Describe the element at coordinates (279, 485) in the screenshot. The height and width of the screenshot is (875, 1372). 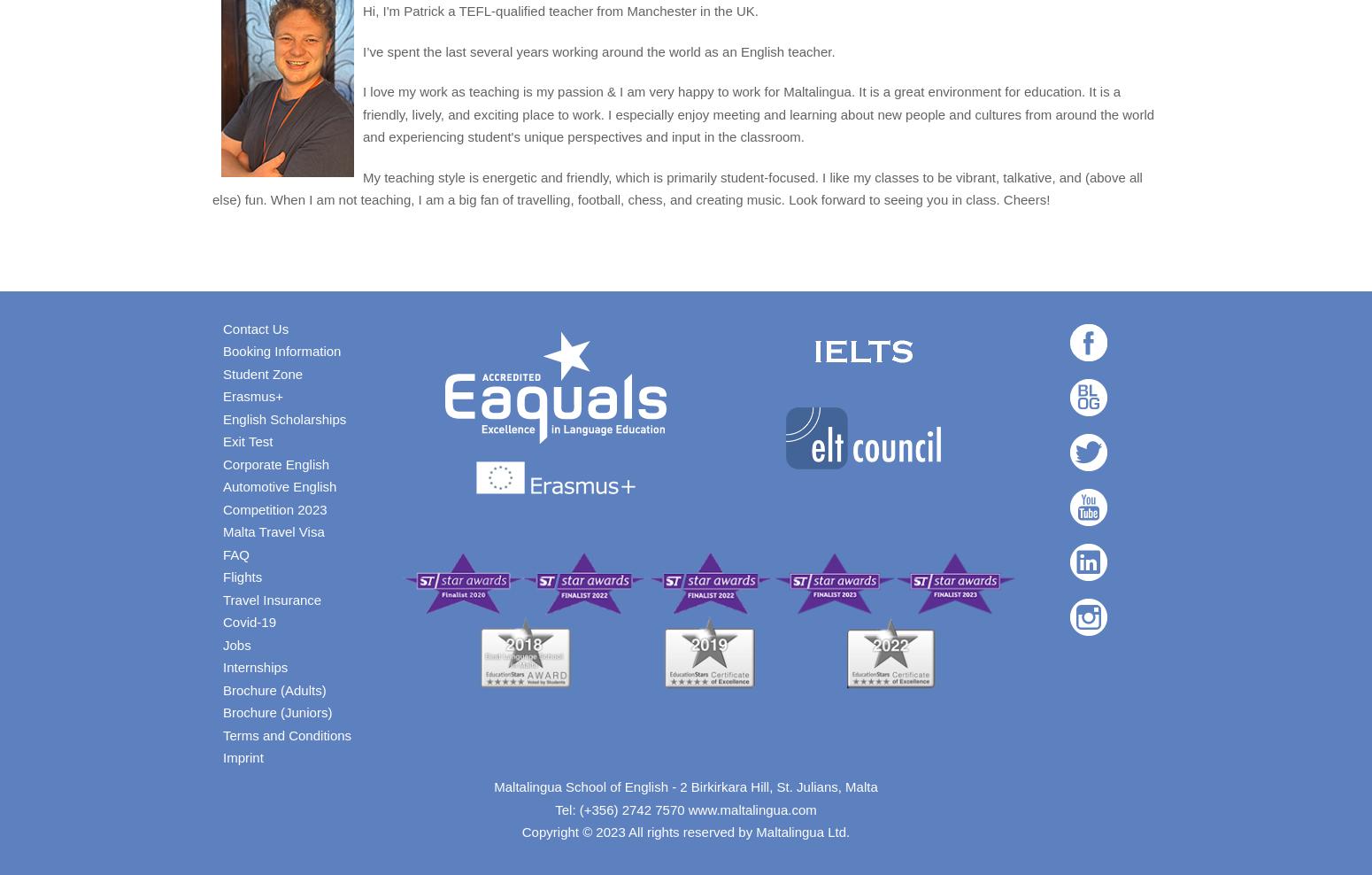
I see `'Automotive English'` at that location.